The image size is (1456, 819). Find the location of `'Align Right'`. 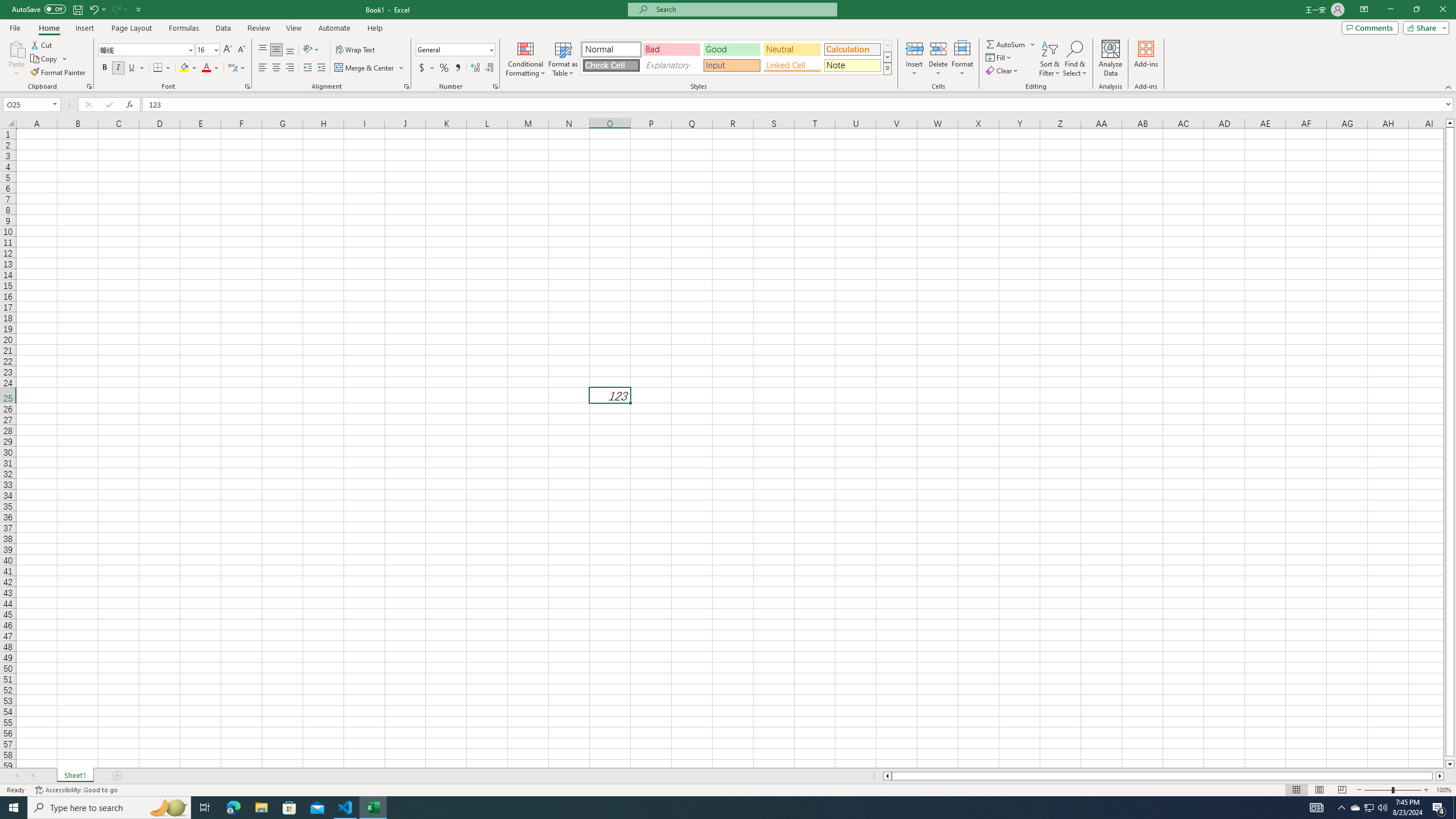

'Align Right' is located at coordinates (289, 67).